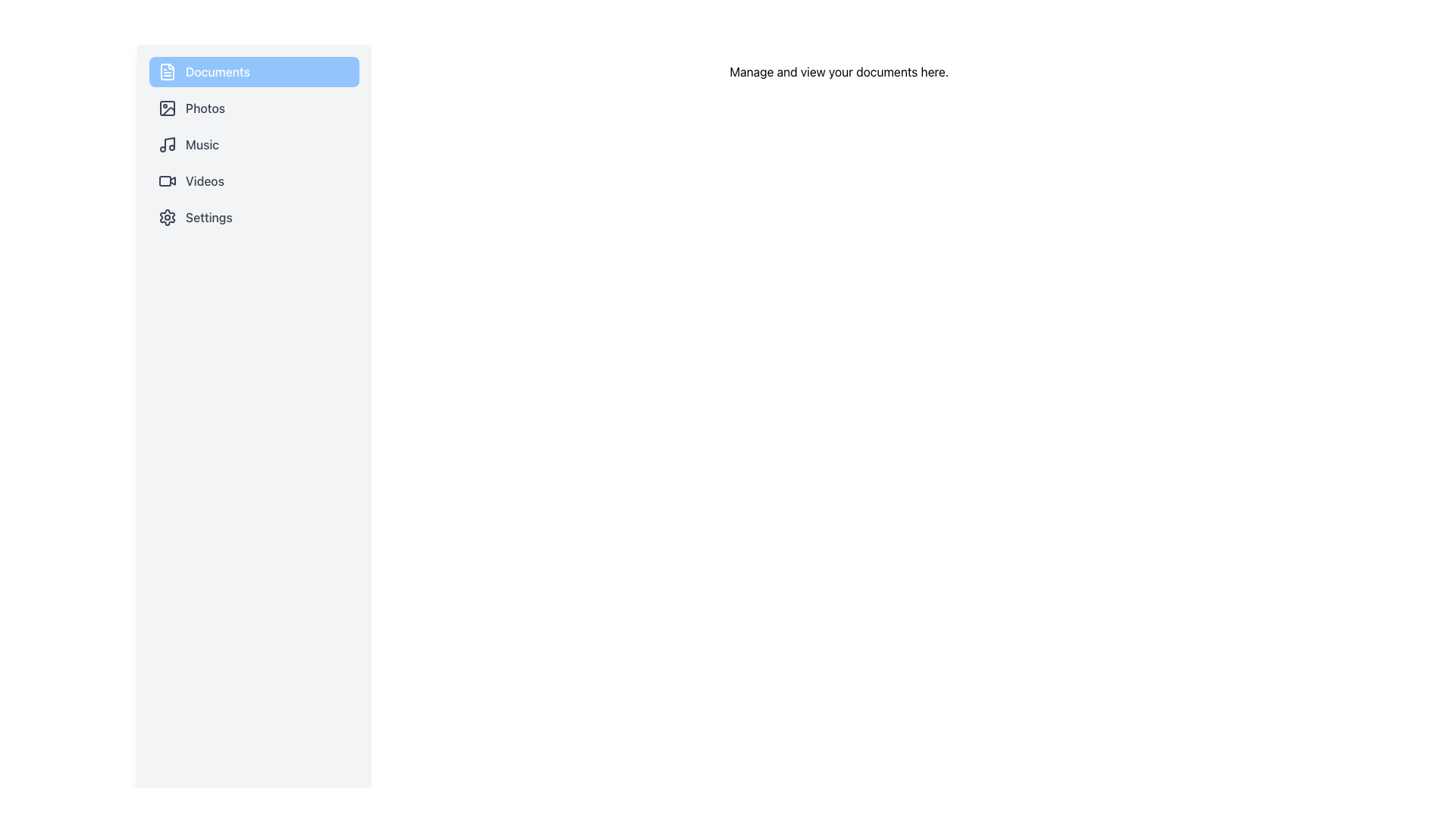  What do you see at coordinates (167, 107) in the screenshot?
I see `the 'Photos' icon in the vertical navigation menu, which visually signifies the content type of 'Photos' and is located on the second row, immediately left of the 'Photos' text` at bounding box center [167, 107].